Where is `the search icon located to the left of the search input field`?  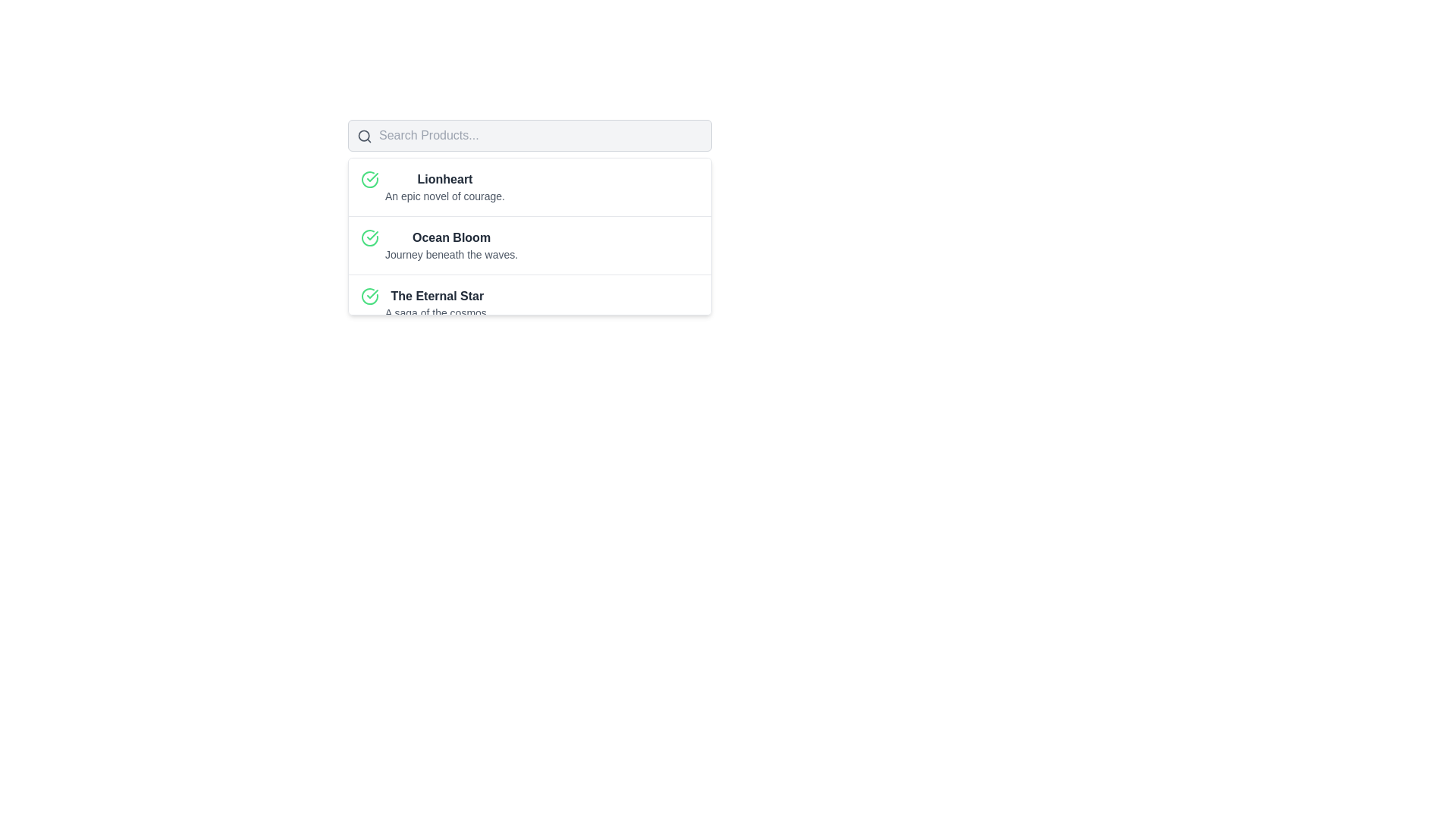 the search icon located to the left of the search input field is located at coordinates (364, 136).